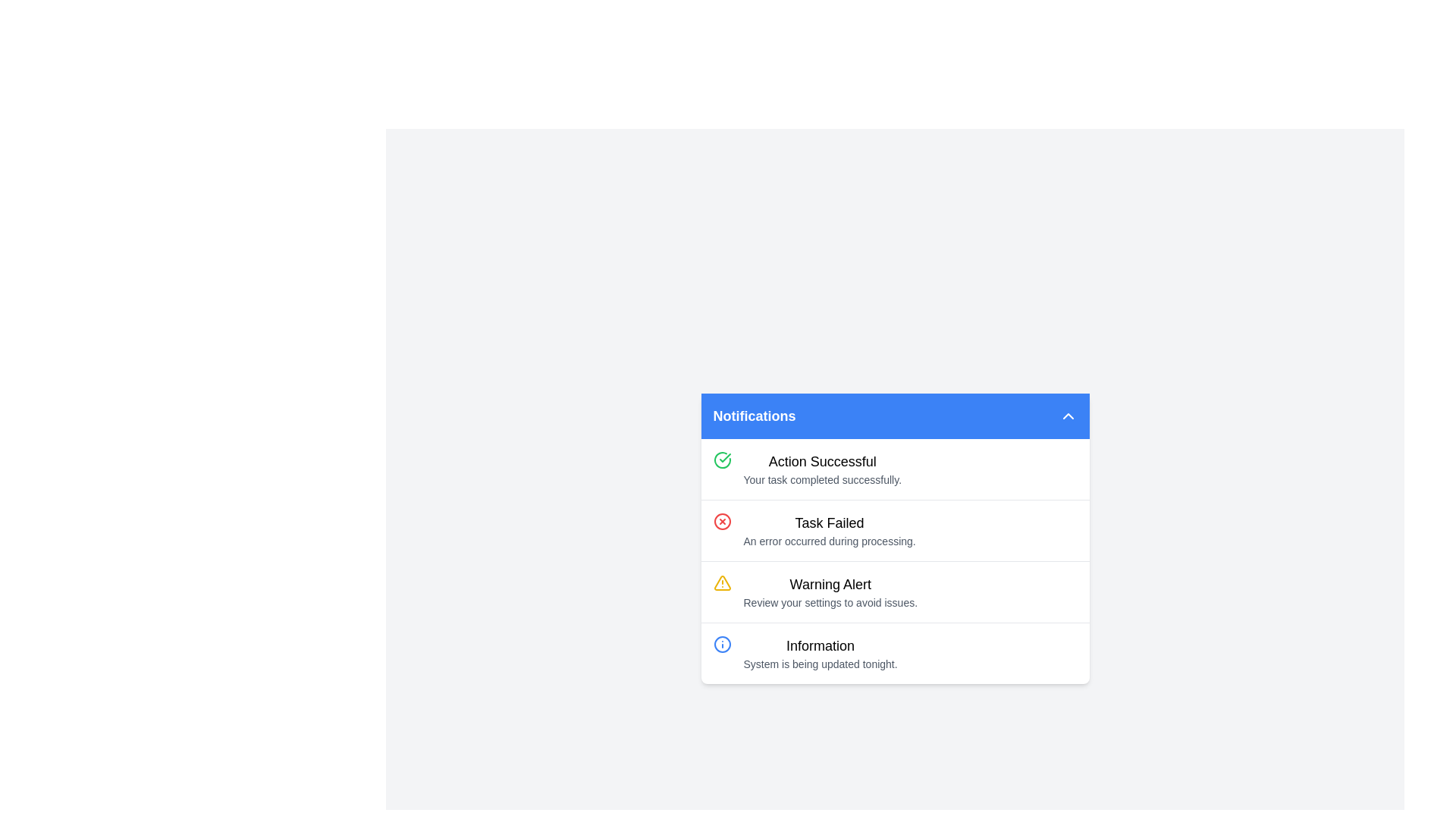 The height and width of the screenshot is (819, 1456). I want to click on success confirmation message displayed in the first notification under the blue header labeled 'Notifications', which follows a green circular icon with a check mark, so click(821, 468).